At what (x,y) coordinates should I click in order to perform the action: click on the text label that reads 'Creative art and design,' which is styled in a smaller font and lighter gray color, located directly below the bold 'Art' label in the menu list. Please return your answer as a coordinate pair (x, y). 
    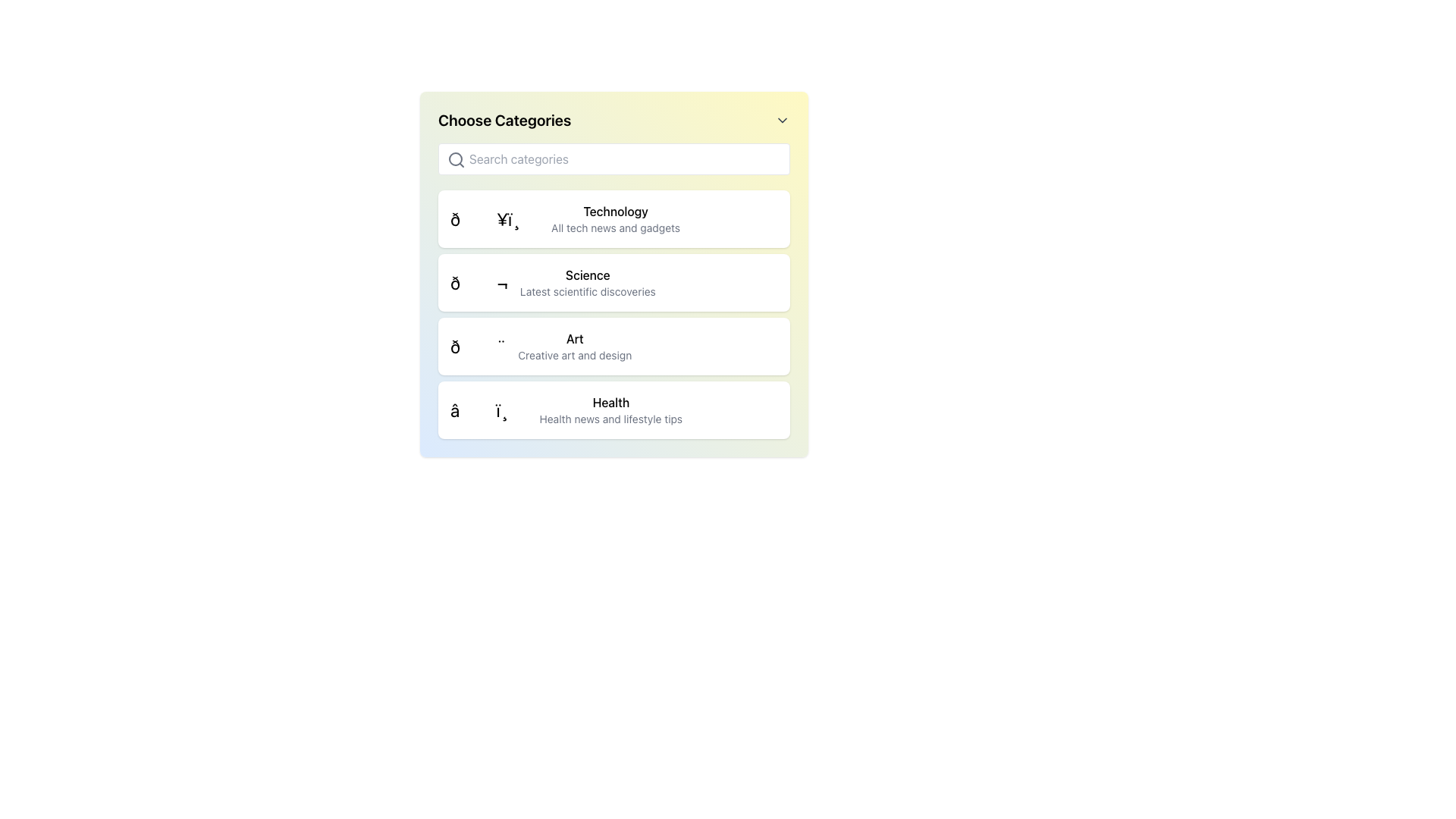
    Looking at the image, I should click on (574, 356).